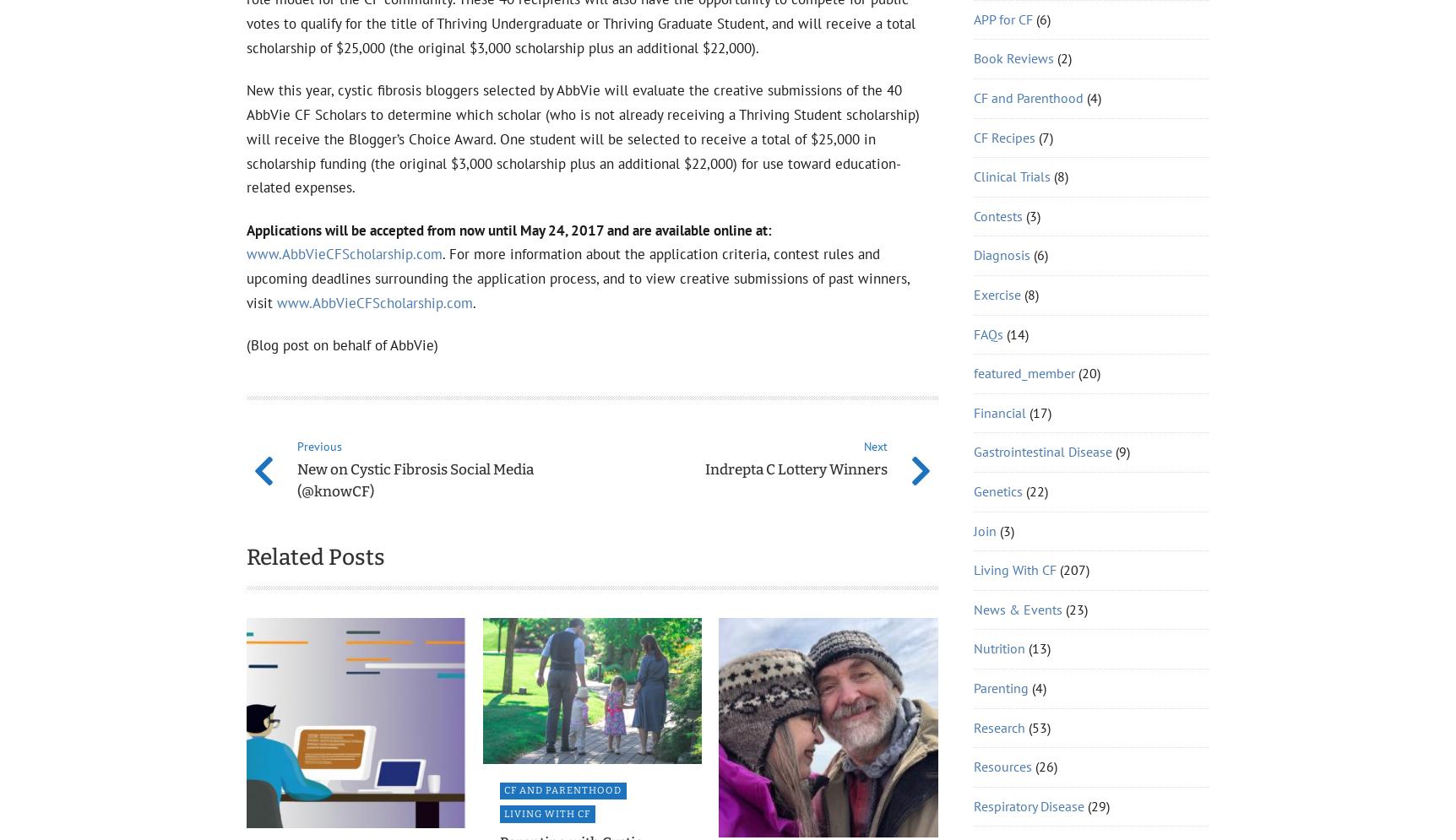 Image resolution: width=1456 pixels, height=840 pixels. Describe the element at coordinates (1007, 274) in the screenshot. I see `'Transplants'` at that location.